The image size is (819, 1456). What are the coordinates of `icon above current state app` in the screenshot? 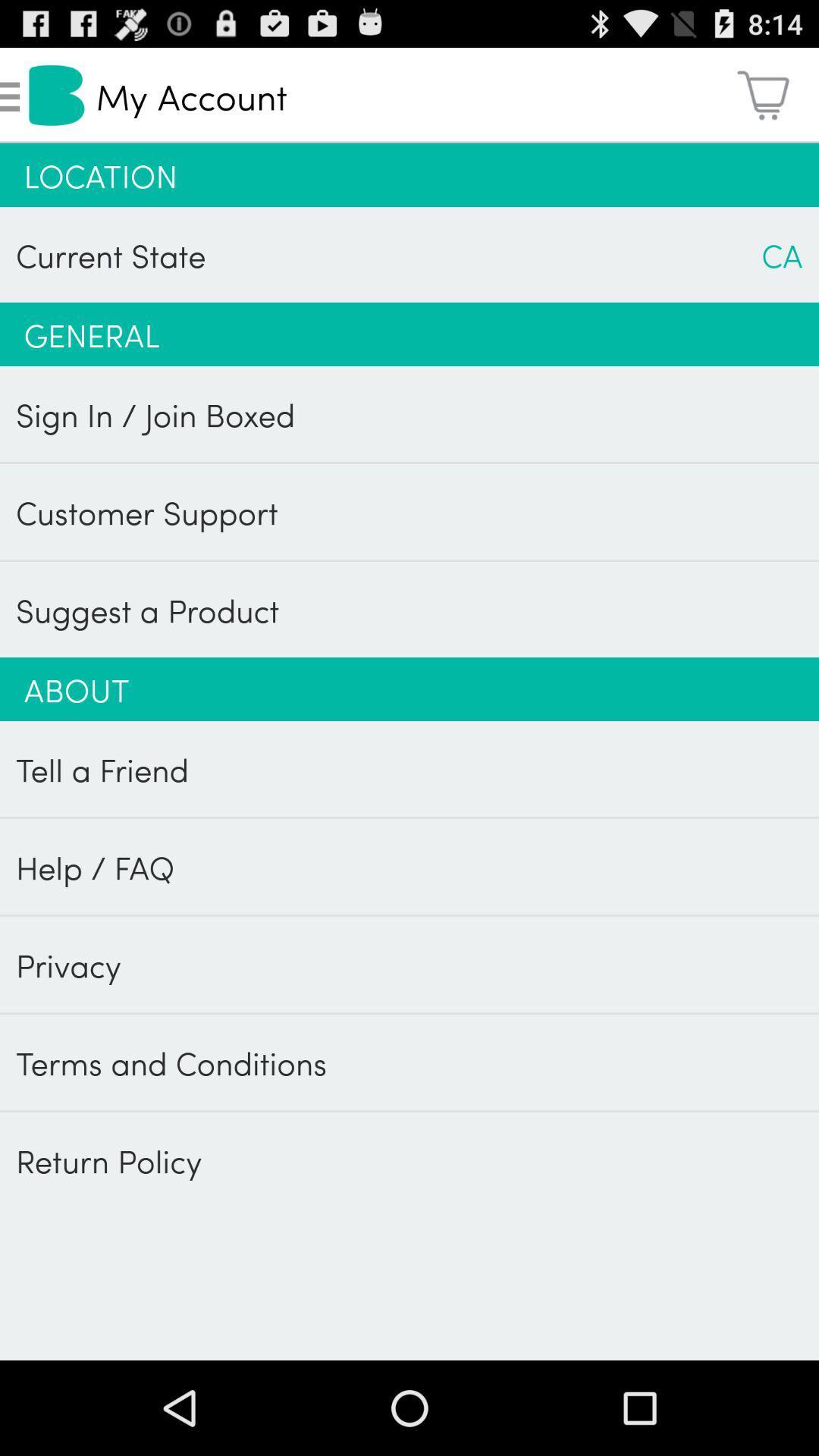 It's located at (409, 174).